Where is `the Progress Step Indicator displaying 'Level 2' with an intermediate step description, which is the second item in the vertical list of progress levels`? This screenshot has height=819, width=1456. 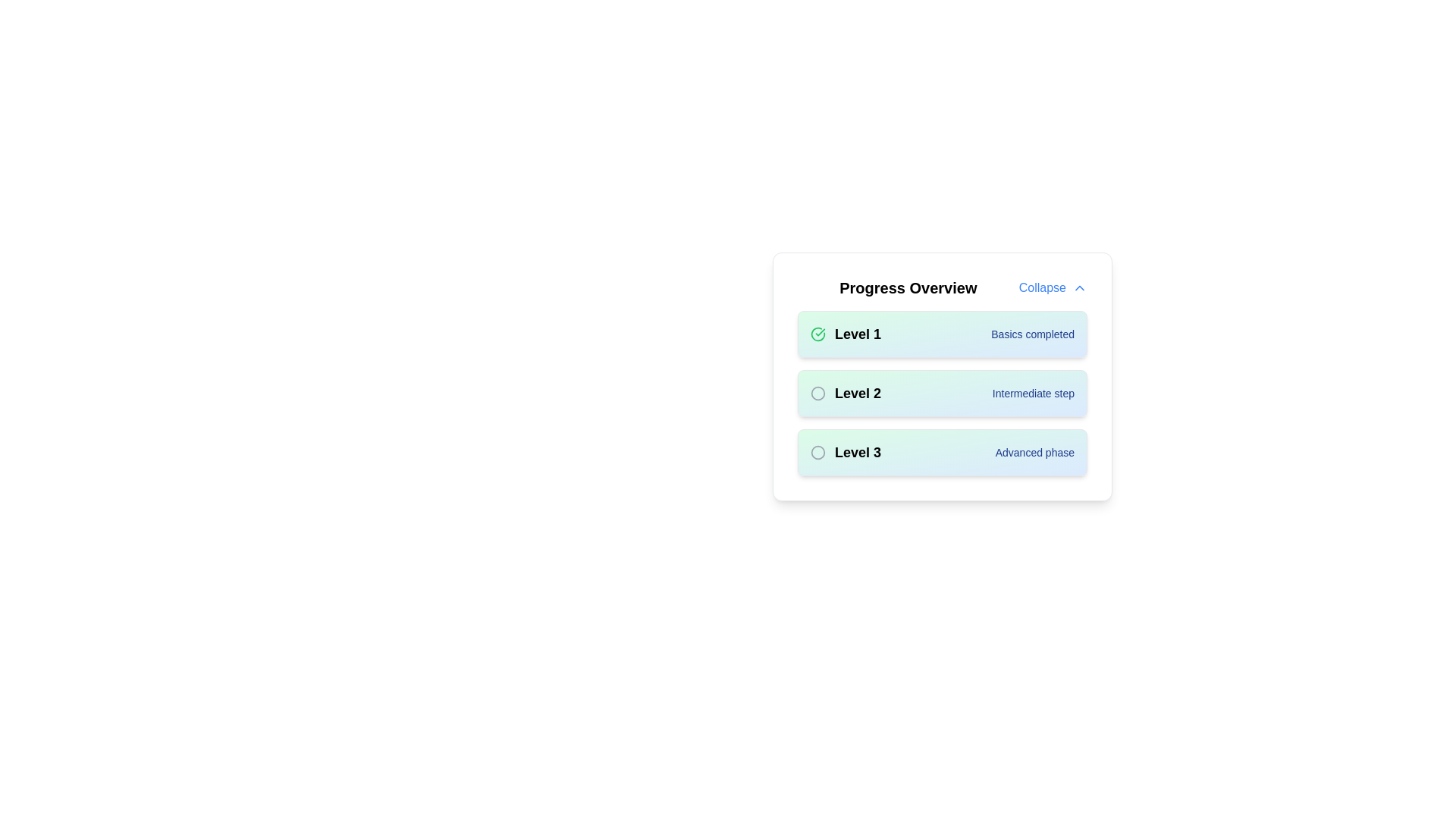 the Progress Step Indicator displaying 'Level 2' with an intermediate step description, which is the second item in the vertical list of progress levels is located at coordinates (942, 393).